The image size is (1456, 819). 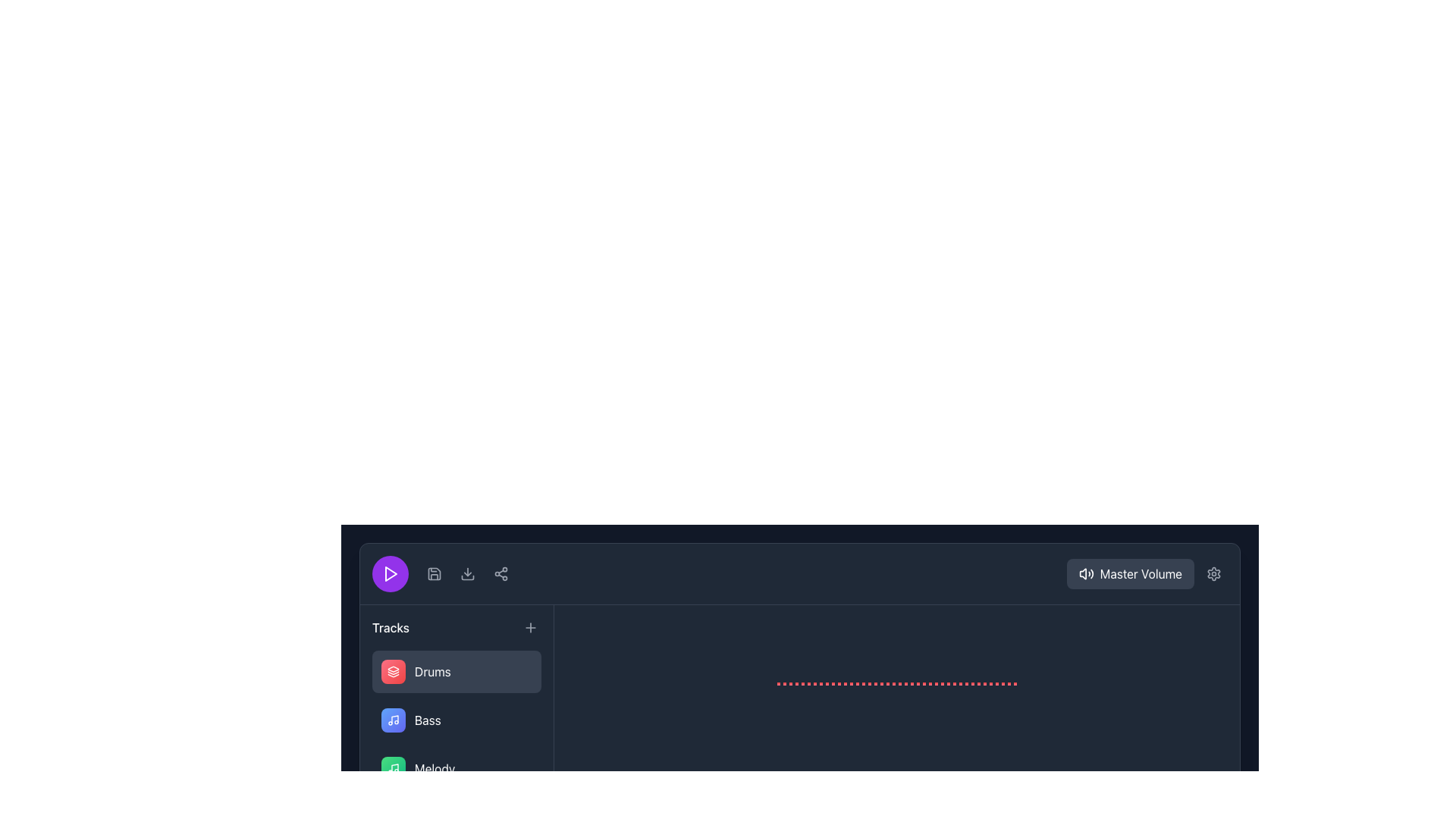 What do you see at coordinates (501, 573) in the screenshot?
I see `the 'Share' button located at the top-right corner of the interface, which is the third button from the left in a row of interactive elements` at bounding box center [501, 573].